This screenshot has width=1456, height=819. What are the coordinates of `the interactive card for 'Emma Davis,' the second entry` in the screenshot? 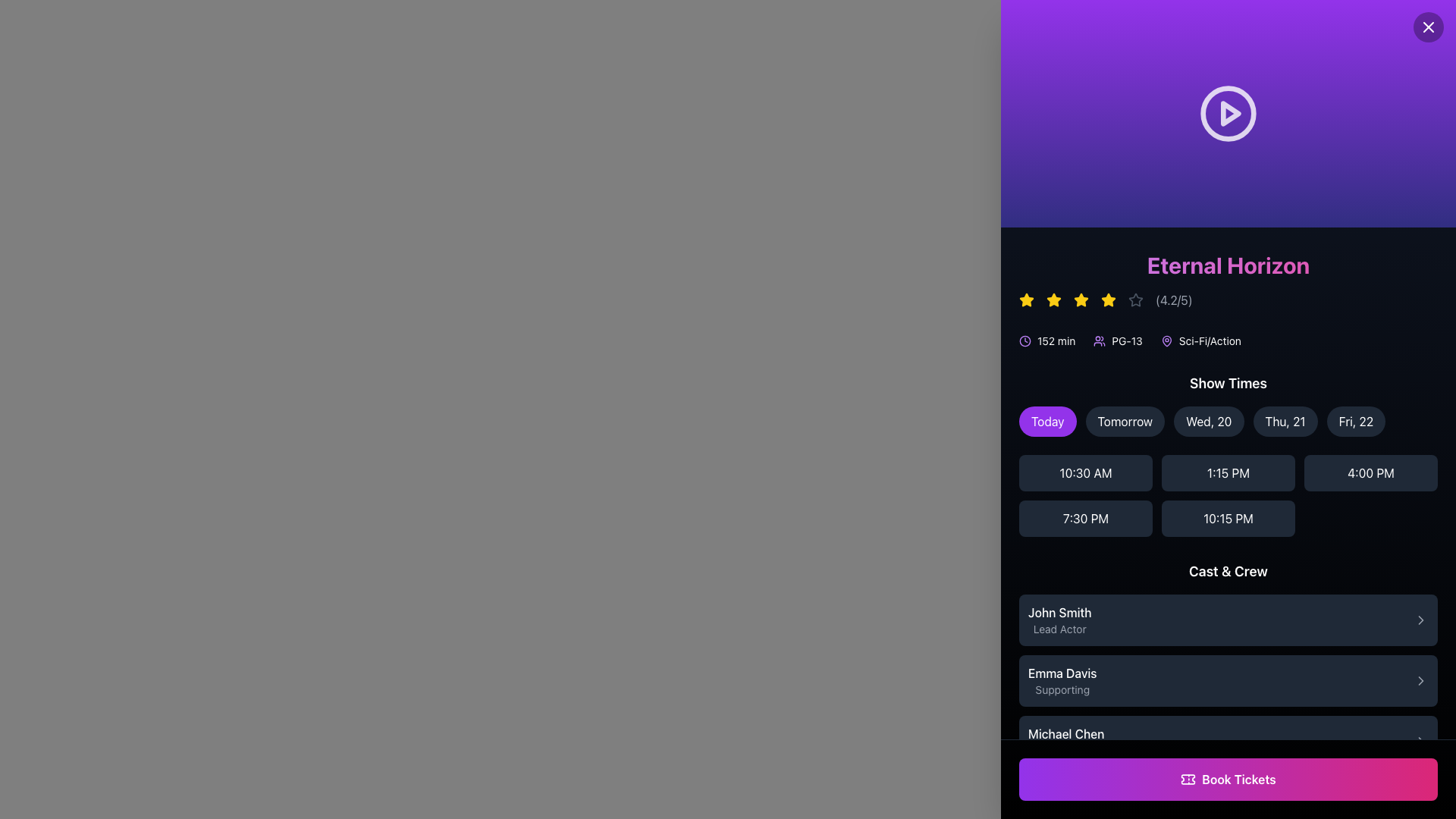 It's located at (1228, 680).